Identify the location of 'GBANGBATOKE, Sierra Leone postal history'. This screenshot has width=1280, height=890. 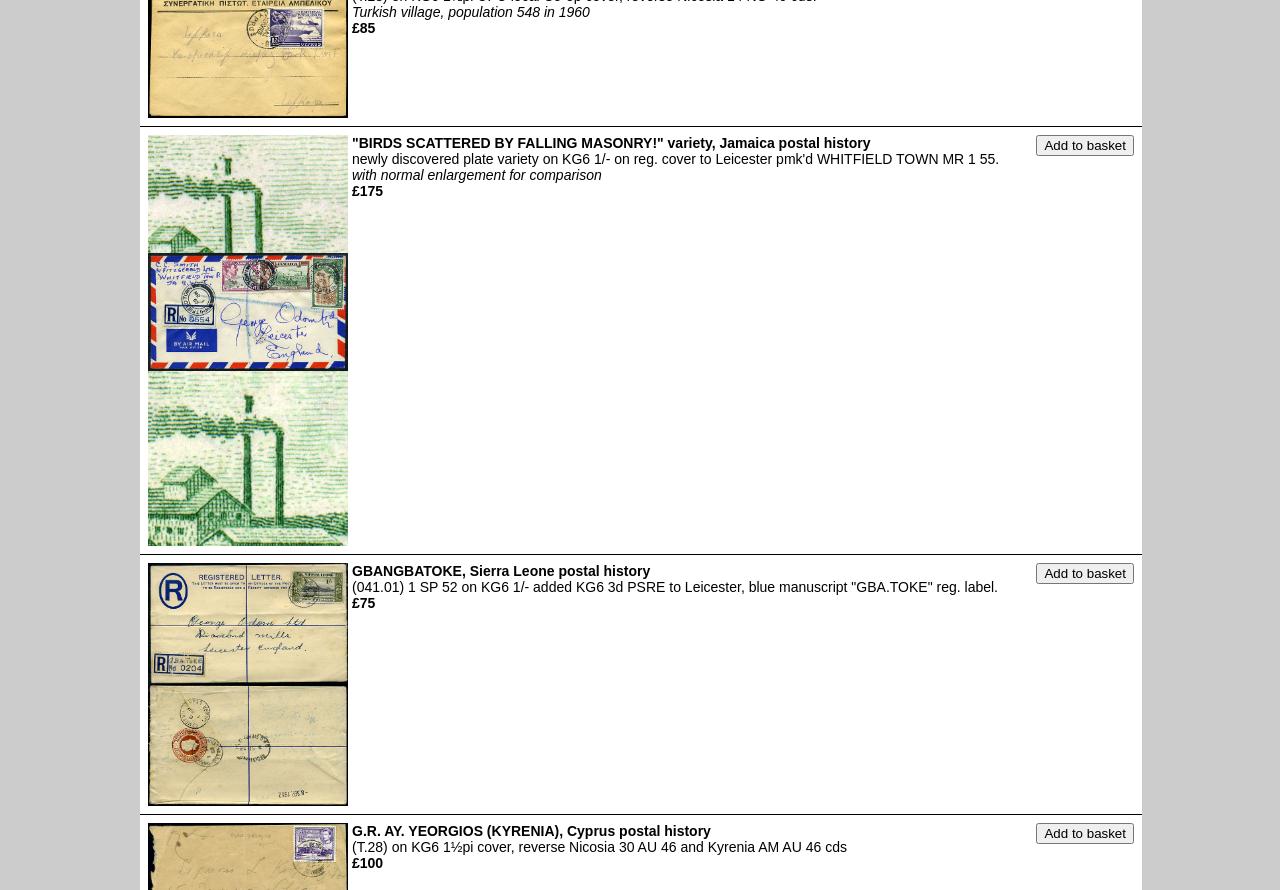
(352, 570).